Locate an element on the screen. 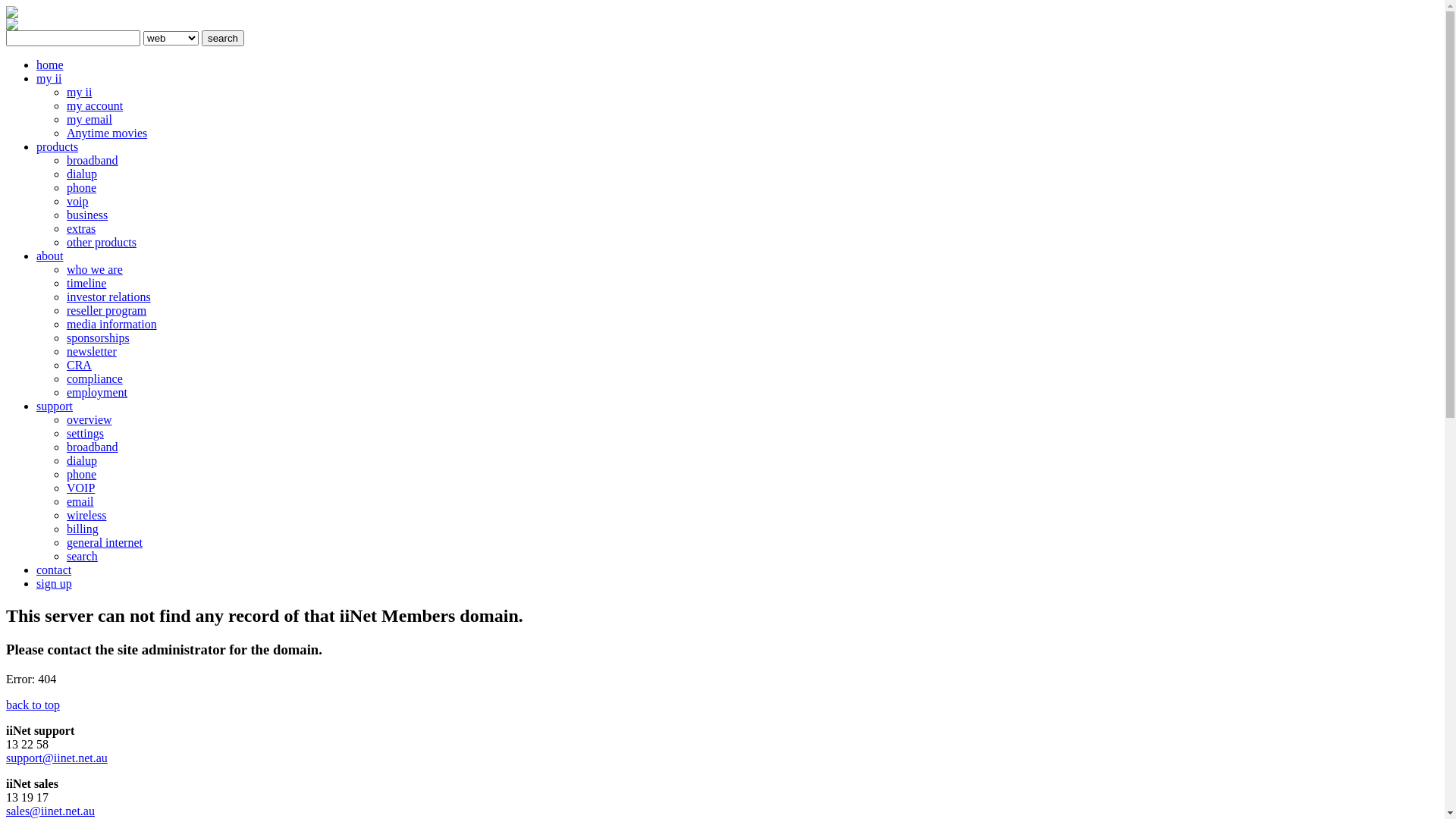 This screenshot has height=819, width=1456. 'products' is located at coordinates (57, 146).